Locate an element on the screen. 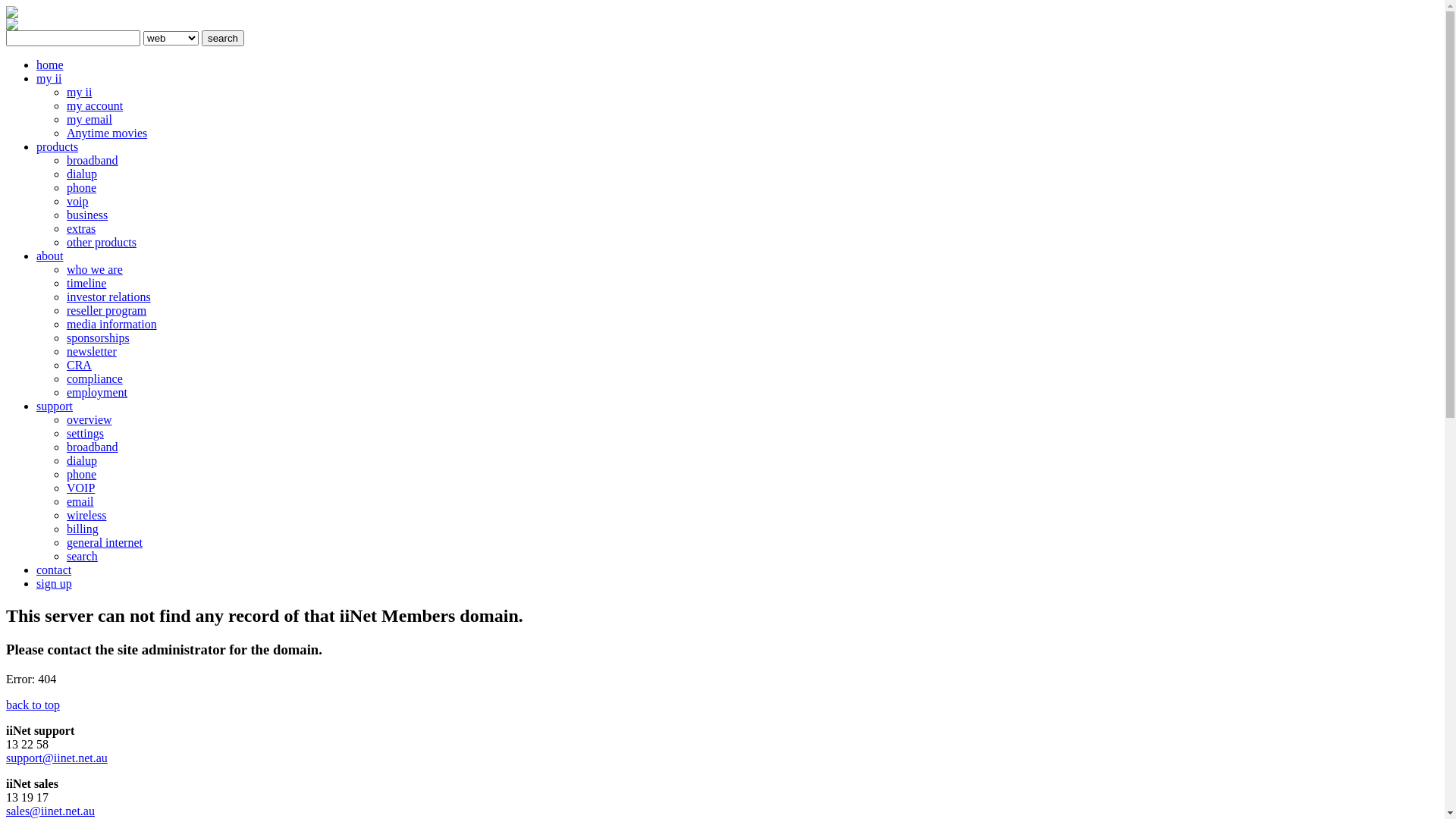 This screenshot has height=819, width=1456. 'products' is located at coordinates (57, 146).